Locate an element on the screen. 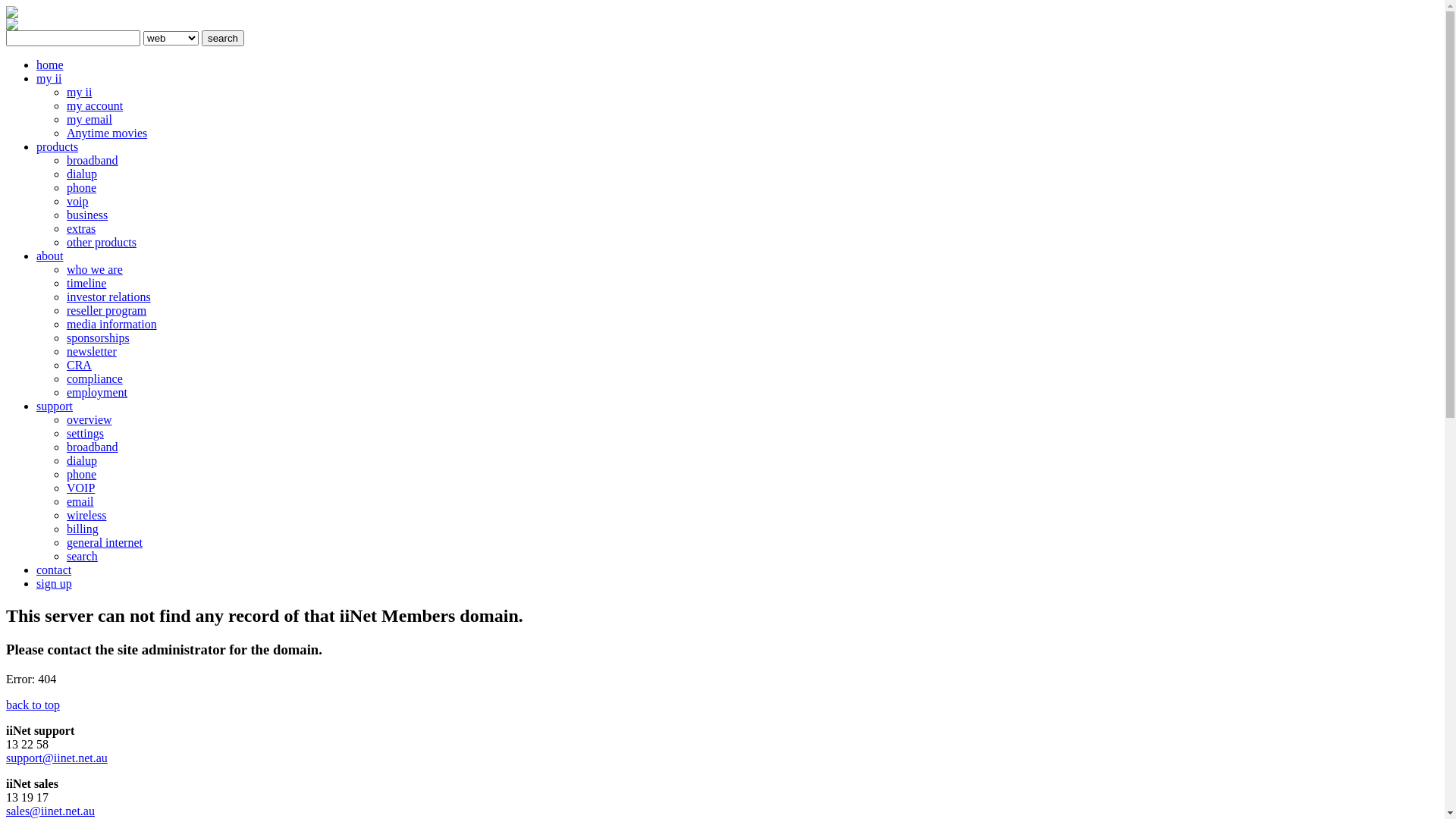 This screenshot has height=819, width=1456. 'products' is located at coordinates (57, 146).